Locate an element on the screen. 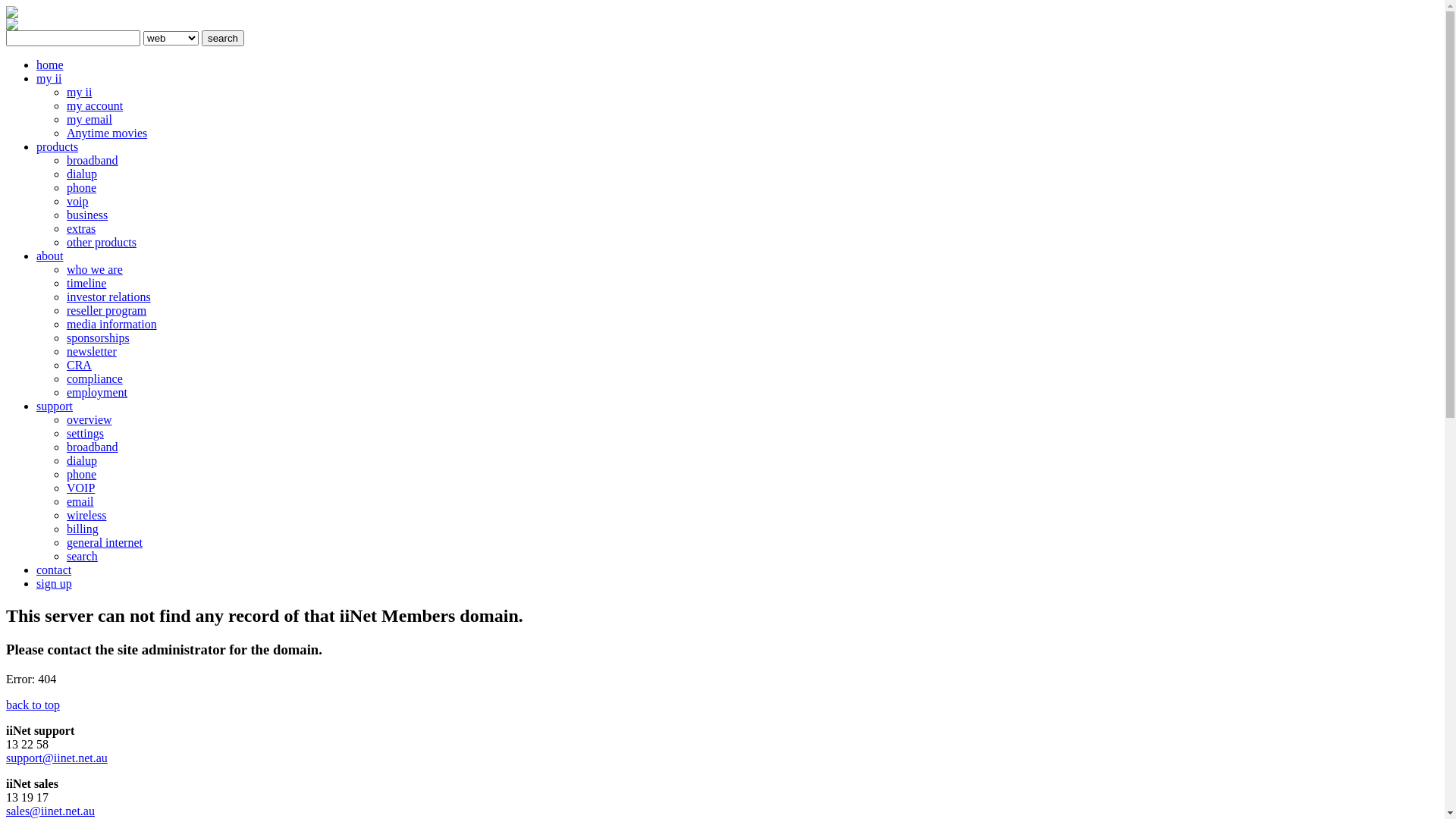 This screenshot has height=819, width=1456. 'products' is located at coordinates (57, 146).